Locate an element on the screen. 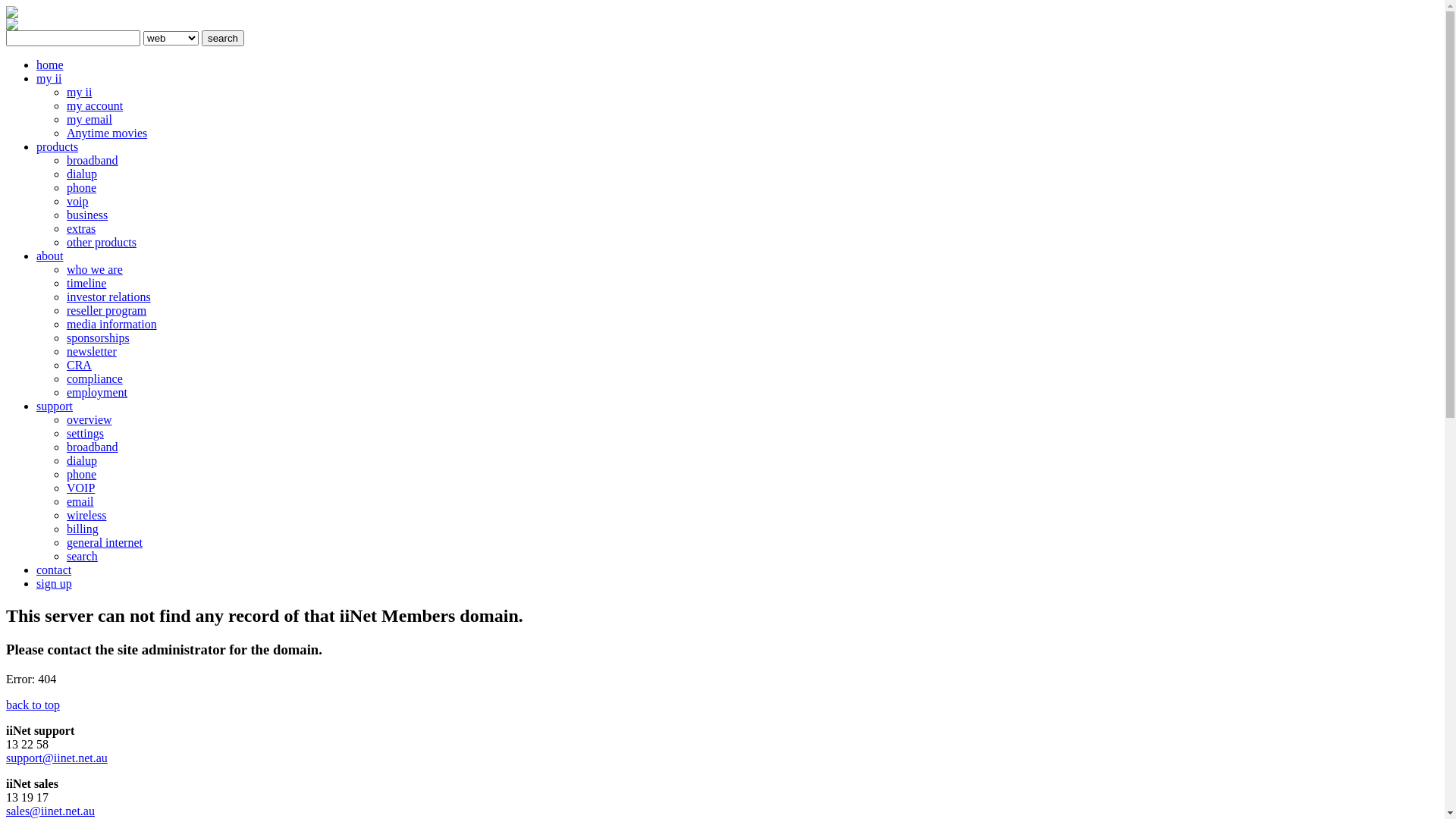 This screenshot has height=819, width=1456. 'products' is located at coordinates (57, 146).